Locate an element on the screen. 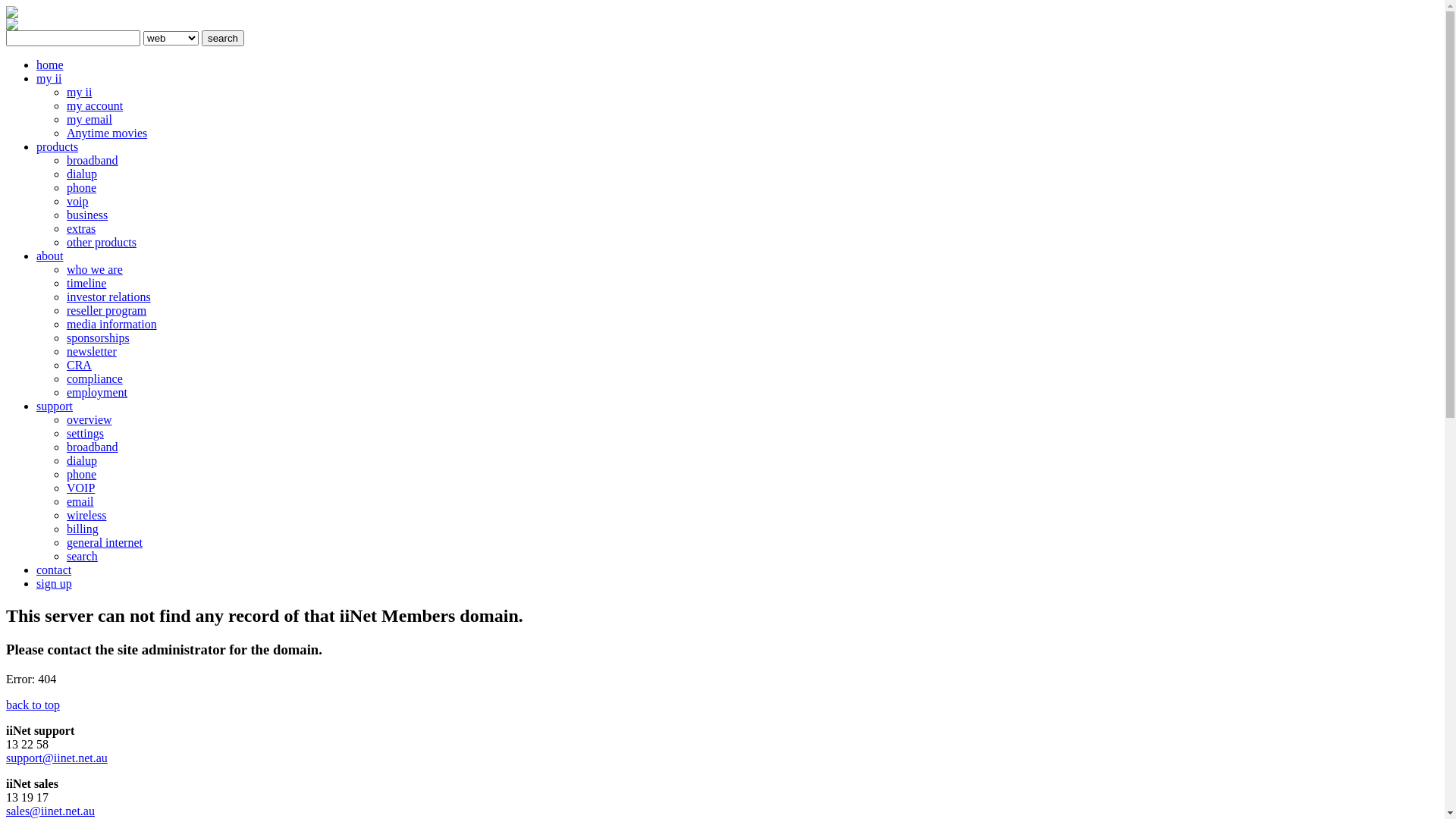 This screenshot has height=819, width=1456. 'products' is located at coordinates (57, 146).